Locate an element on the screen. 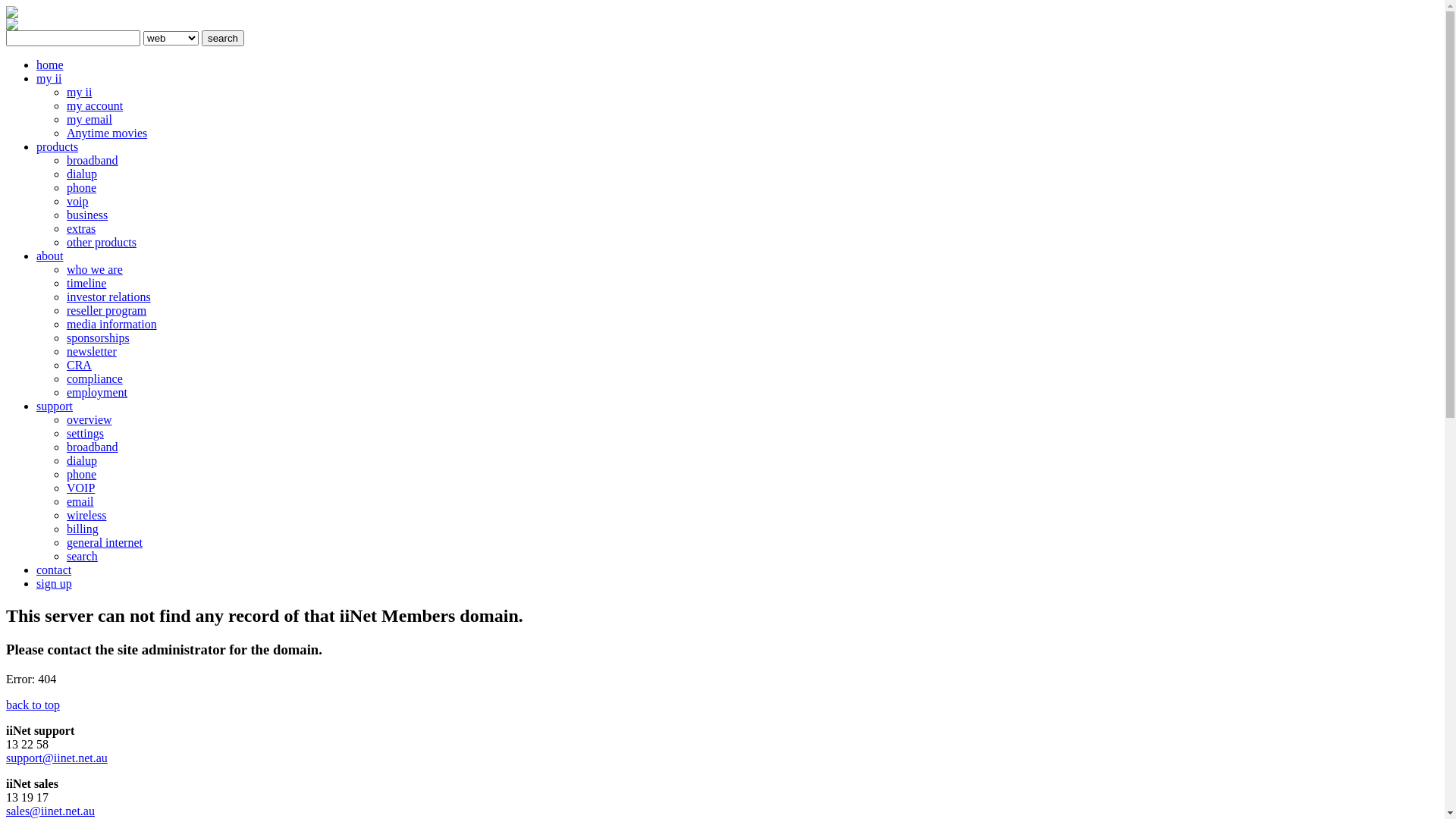 This screenshot has height=819, width=1456. 'products' is located at coordinates (57, 146).